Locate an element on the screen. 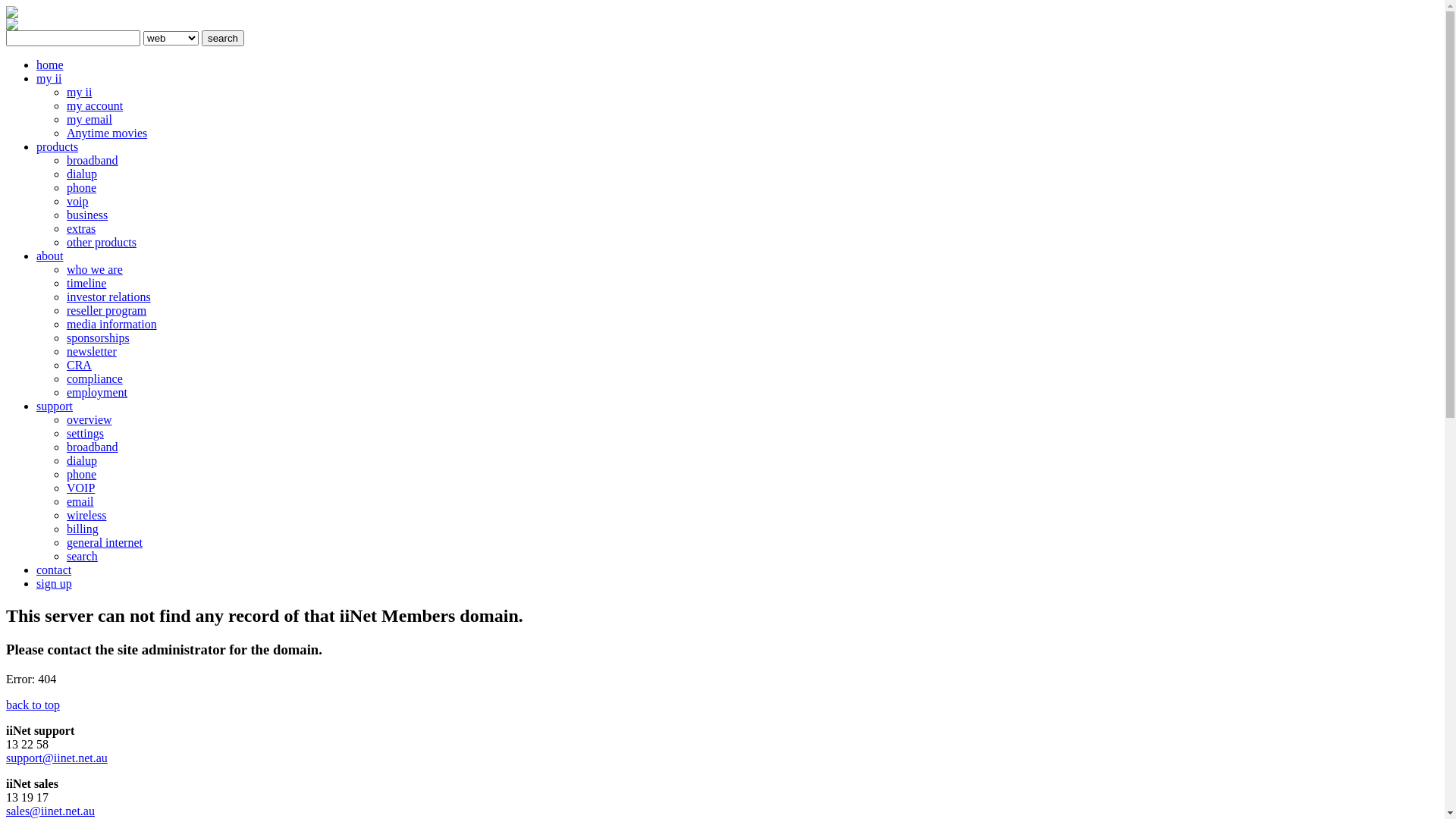 This screenshot has height=819, width=1456. 'products' is located at coordinates (57, 146).